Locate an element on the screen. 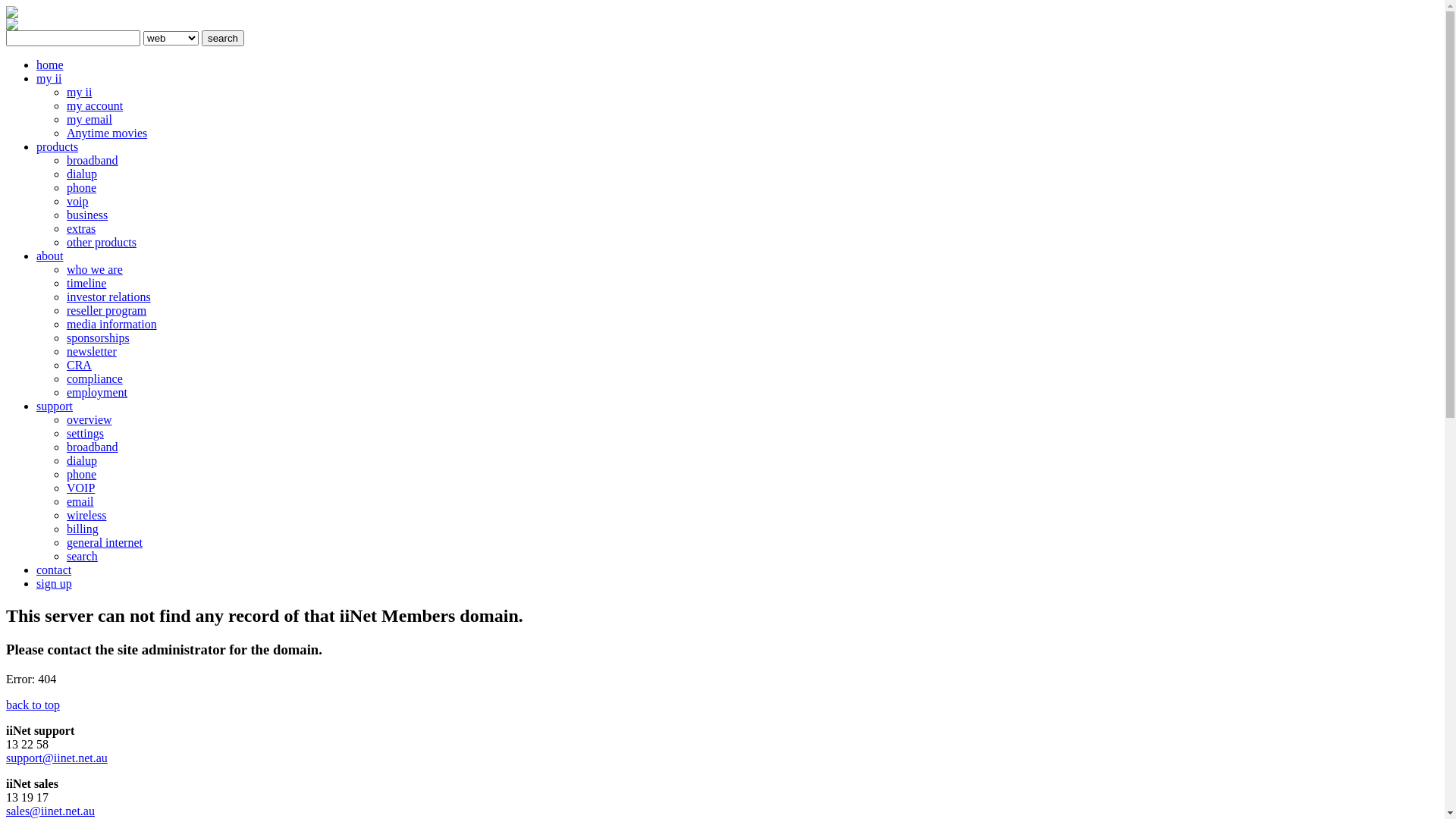 This screenshot has height=819, width=1456. 'products' is located at coordinates (57, 146).